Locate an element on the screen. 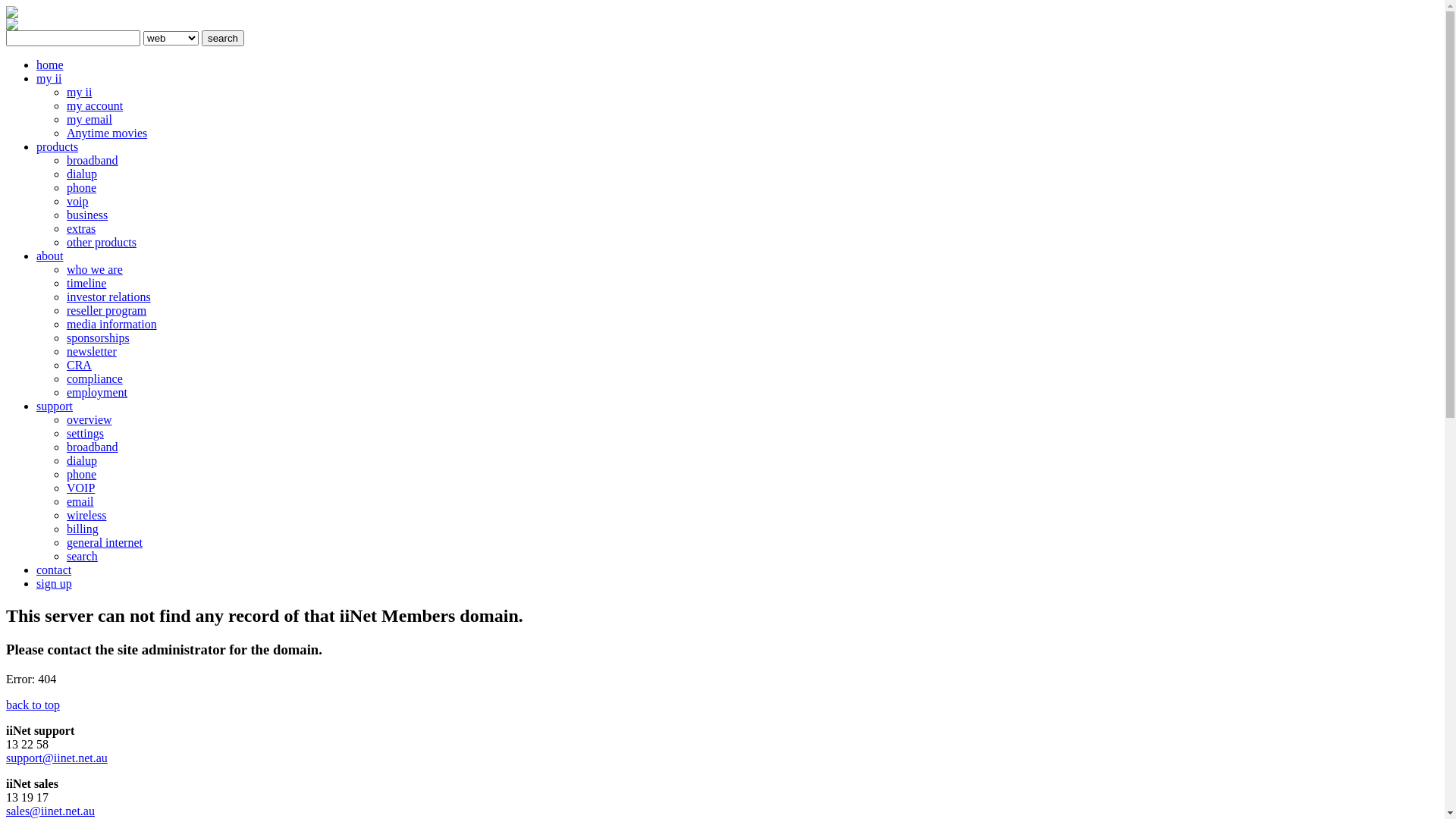 This screenshot has height=819, width=1456. 'products' is located at coordinates (57, 146).